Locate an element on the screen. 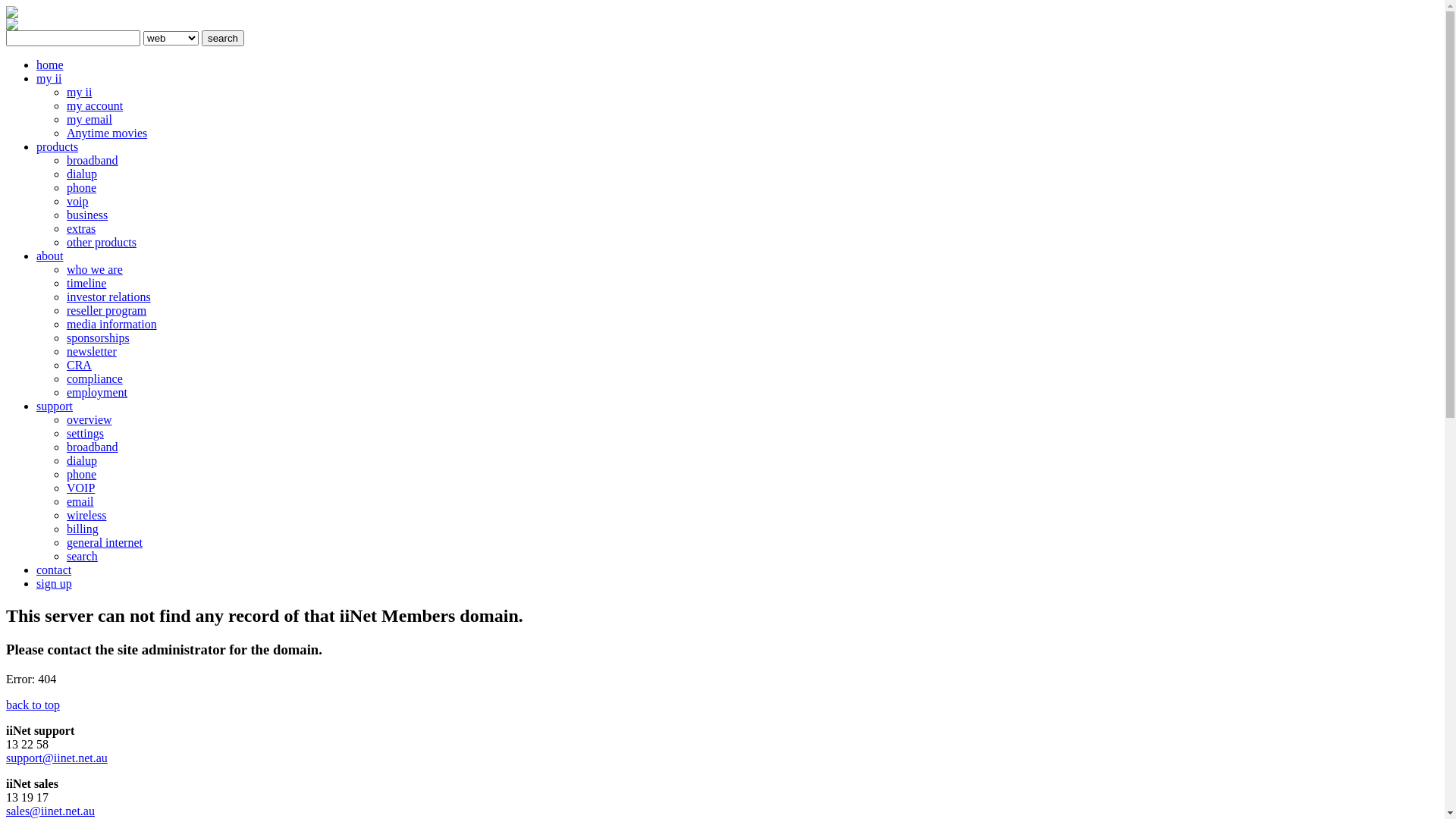 This screenshot has height=819, width=1456. 'products' is located at coordinates (57, 146).